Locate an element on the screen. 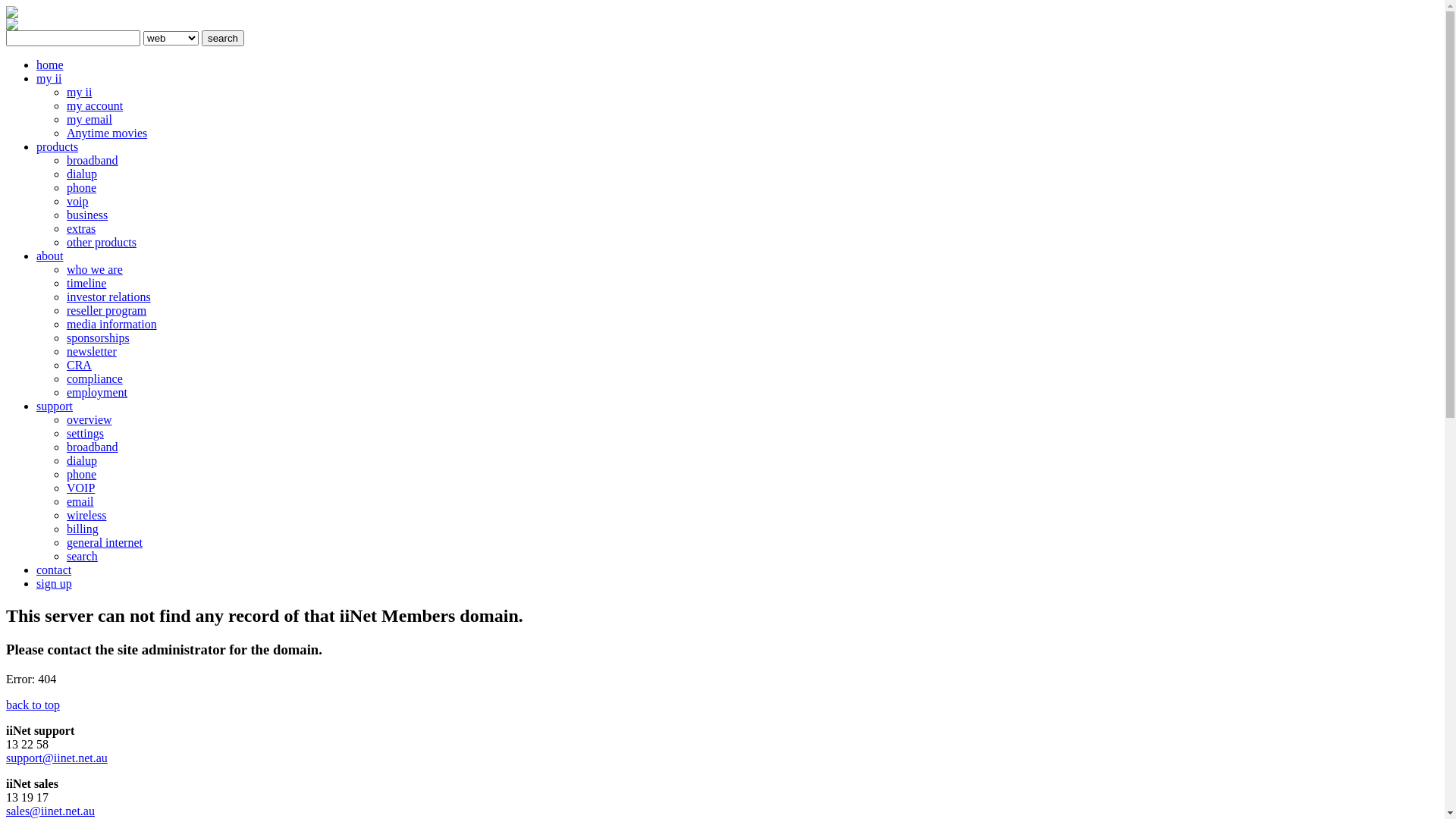 This screenshot has height=819, width=1456. 'products' is located at coordinates (57, 146).